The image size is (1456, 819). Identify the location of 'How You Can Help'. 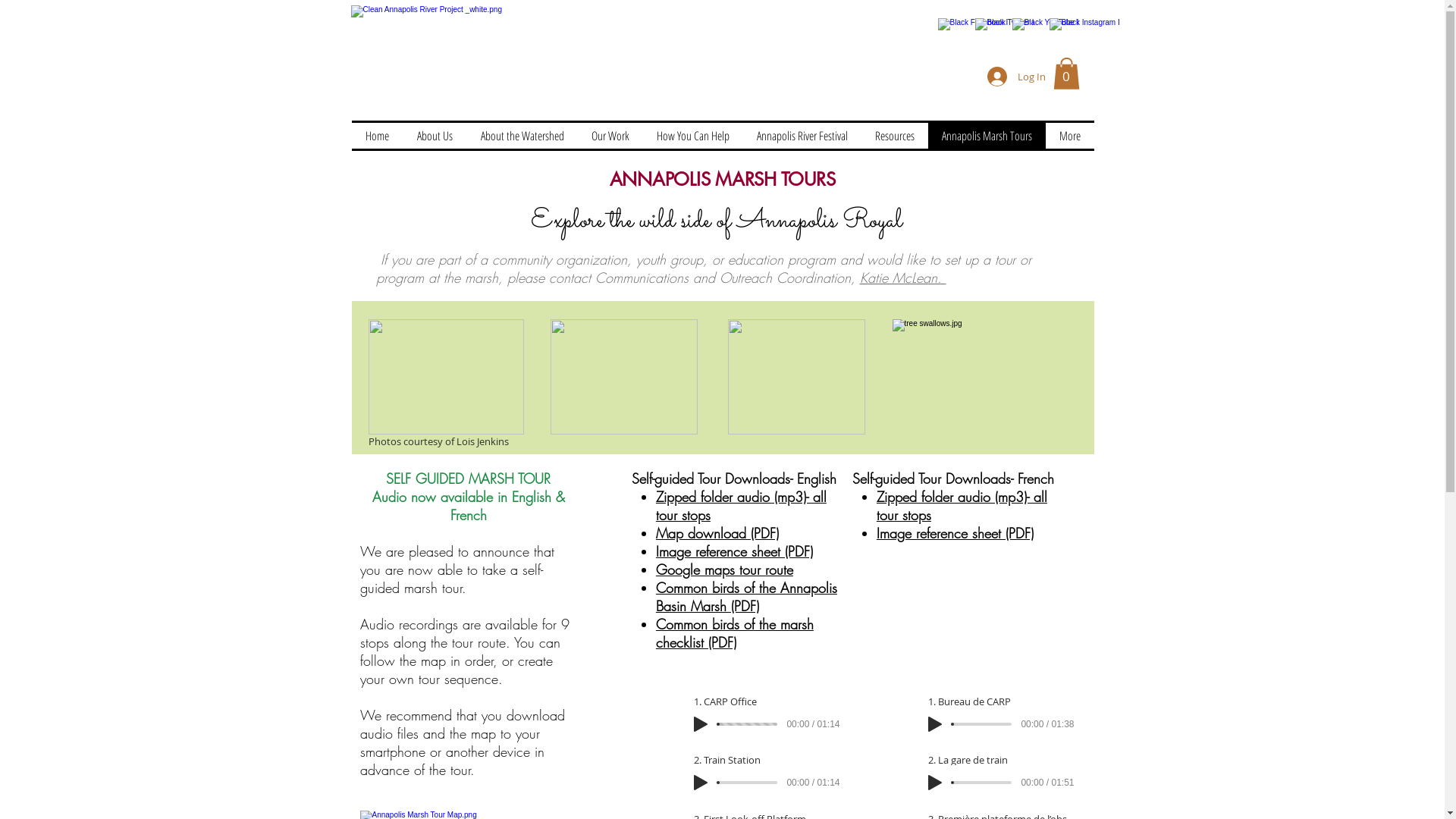
(643, 134).